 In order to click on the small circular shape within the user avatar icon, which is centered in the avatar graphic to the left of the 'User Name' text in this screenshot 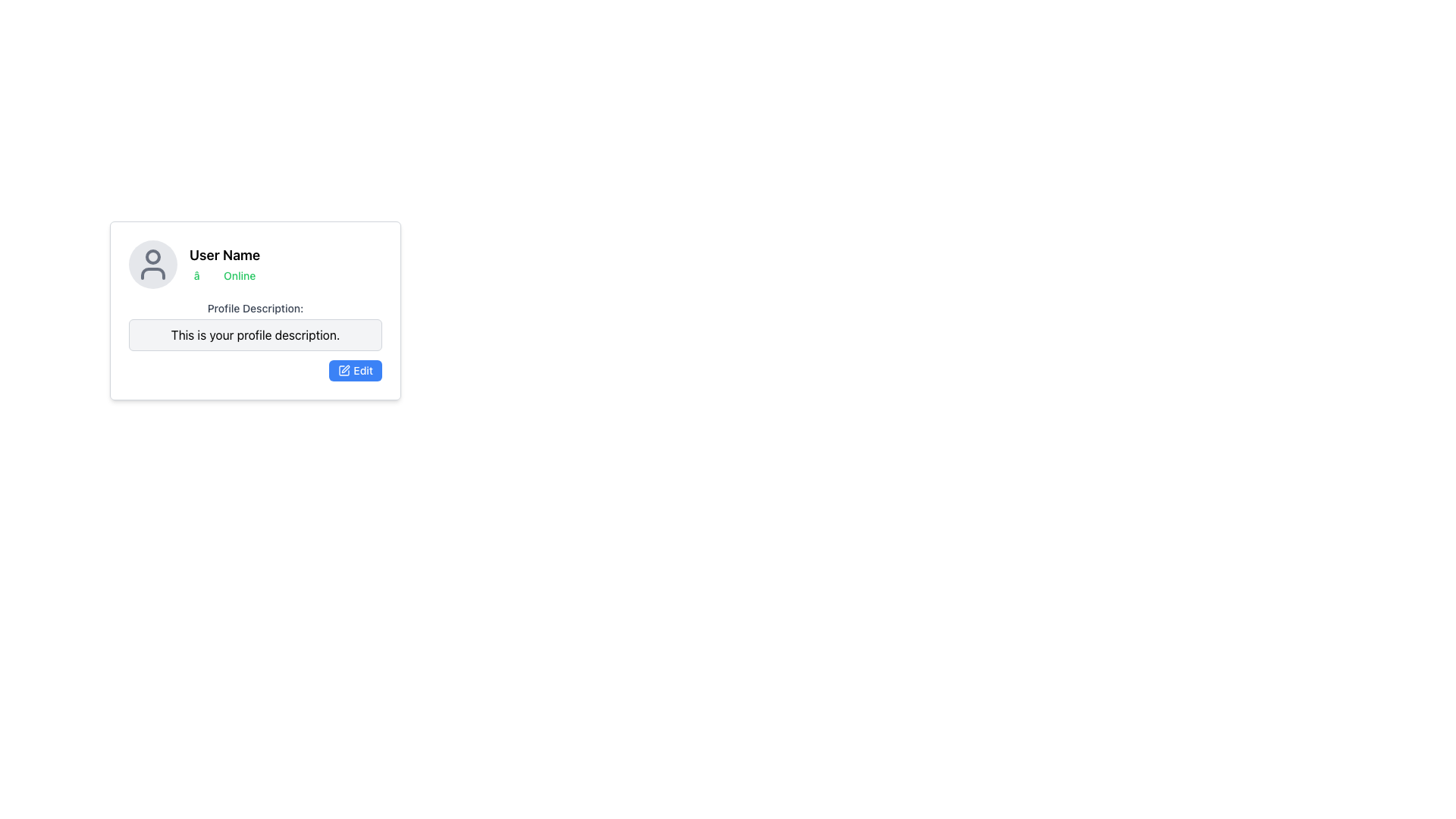, I will do `click(152, 256)`.